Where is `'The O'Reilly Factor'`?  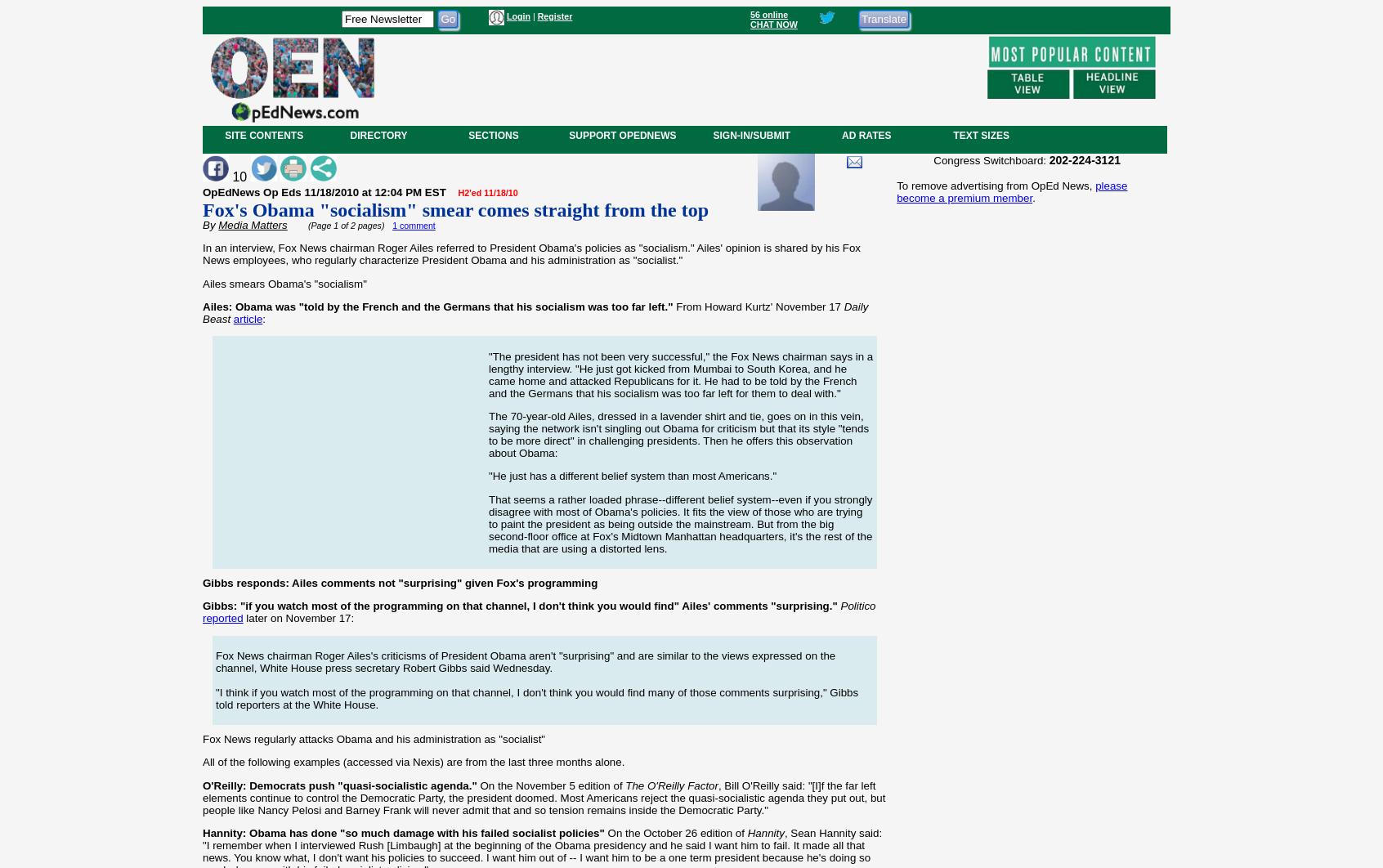 'The O'Reilly Factor' is located at coordinates (671, 784).